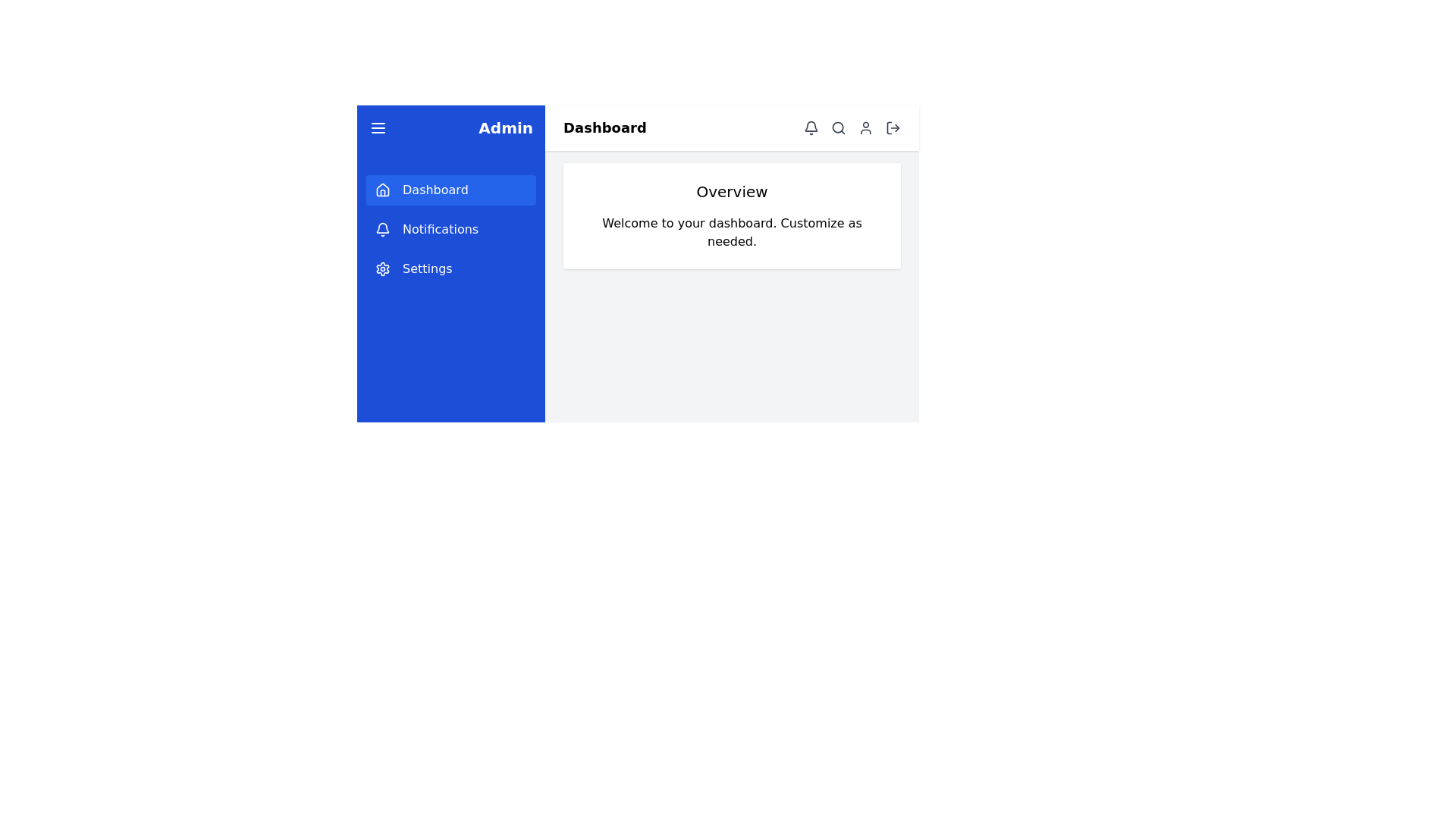 This screenshot has height=819, width=1456. What do you see at coordinates (450, 189) in the screenshot?
I see `the navigation button with a blue background located in the left panel` at bounding box center [450, 189].